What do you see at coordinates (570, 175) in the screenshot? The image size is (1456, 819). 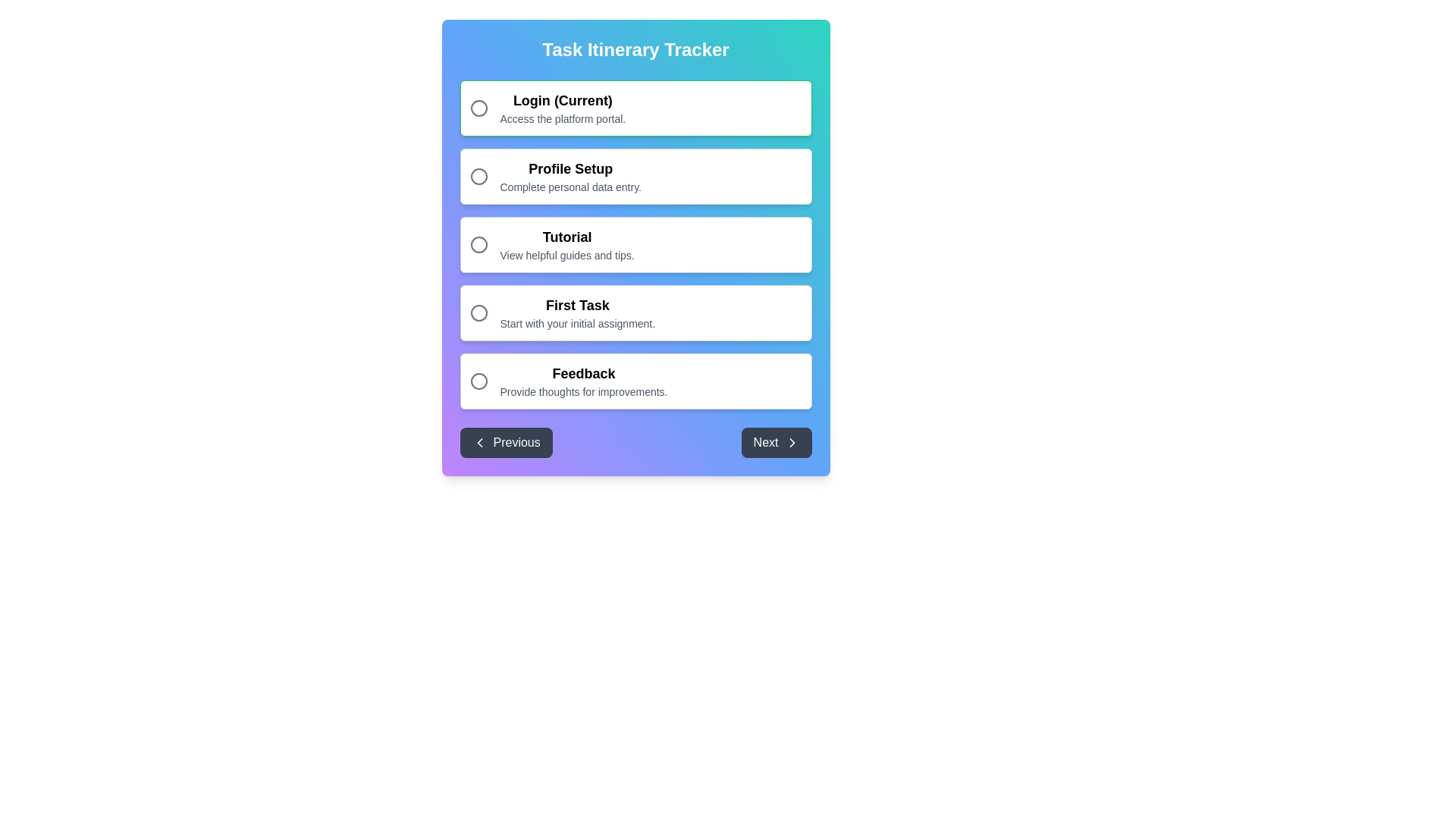 I see `information presented in the text block labeled 'Profile Setup' which contains the instructions to 'Complete personal data entry.'` at bounding box center [570, 175].